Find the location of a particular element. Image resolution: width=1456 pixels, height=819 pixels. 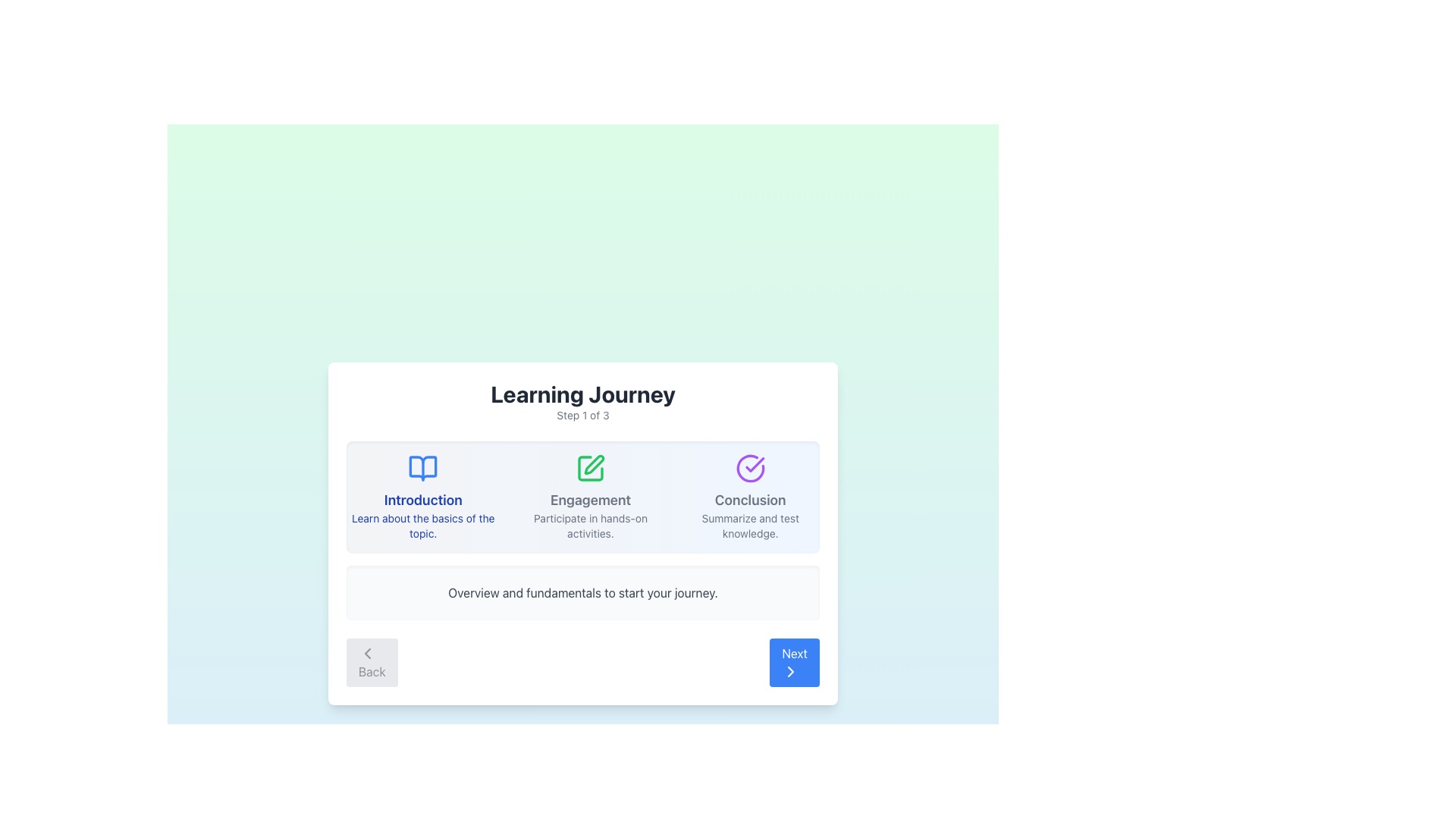

the second button located at the far-right side of the bottom navigation bar to make it actionable for keyboard navigation is located at coordinates (794, 662).